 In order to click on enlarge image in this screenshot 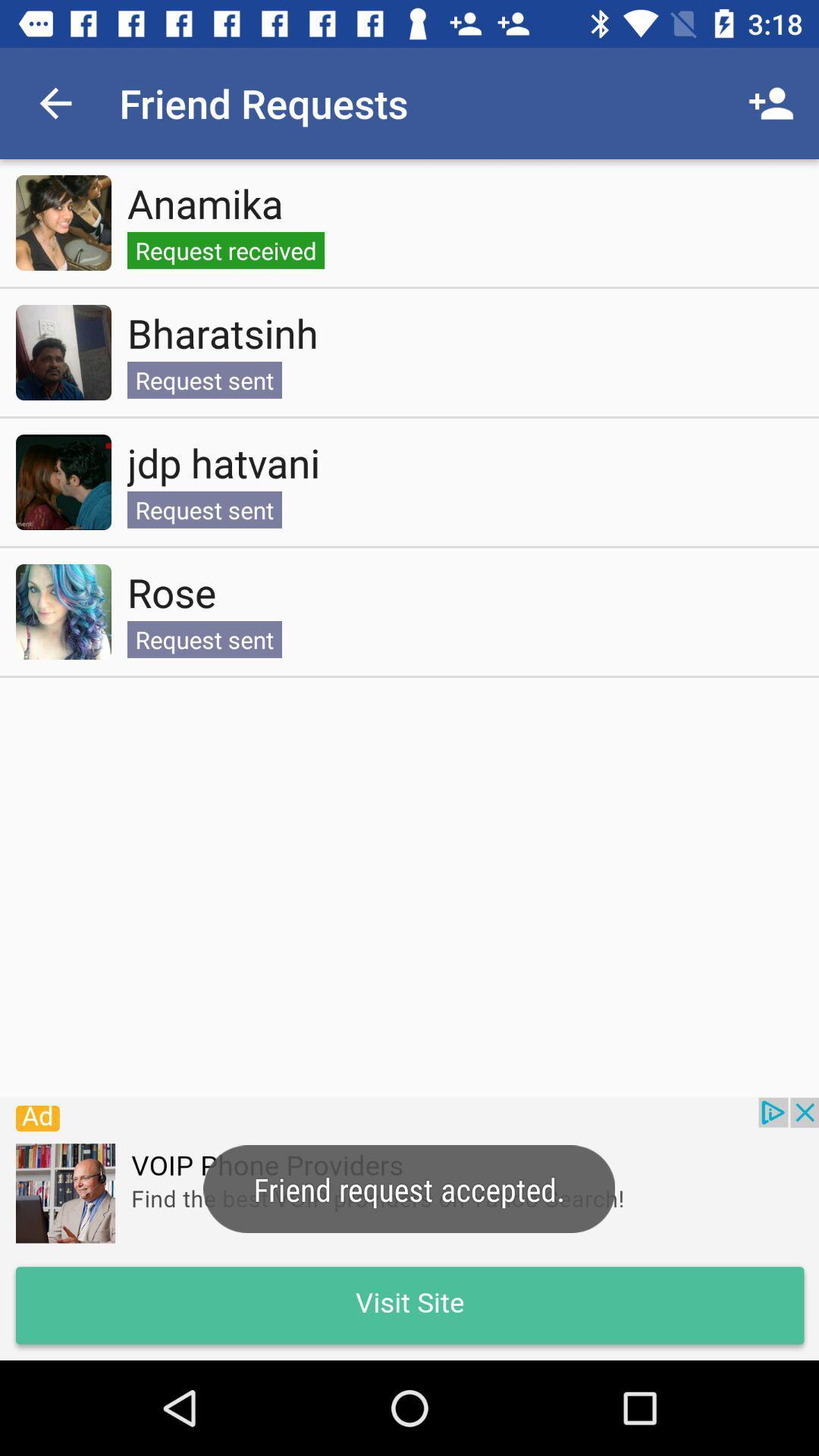, I will do `click(63, 221)`.